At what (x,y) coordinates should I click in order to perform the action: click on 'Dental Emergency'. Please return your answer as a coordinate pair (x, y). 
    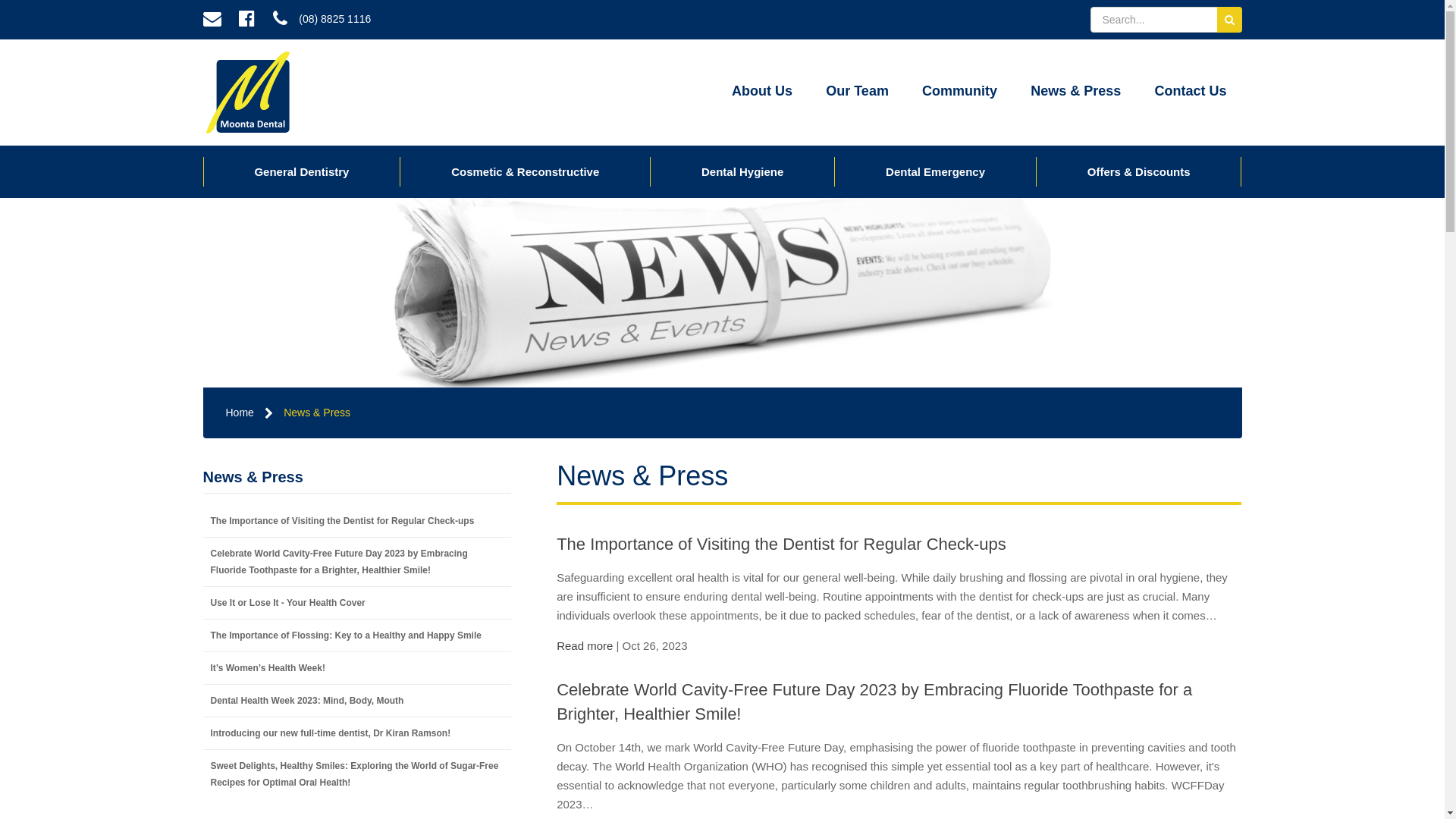
    Looking at the image, I should click on (833, 171).